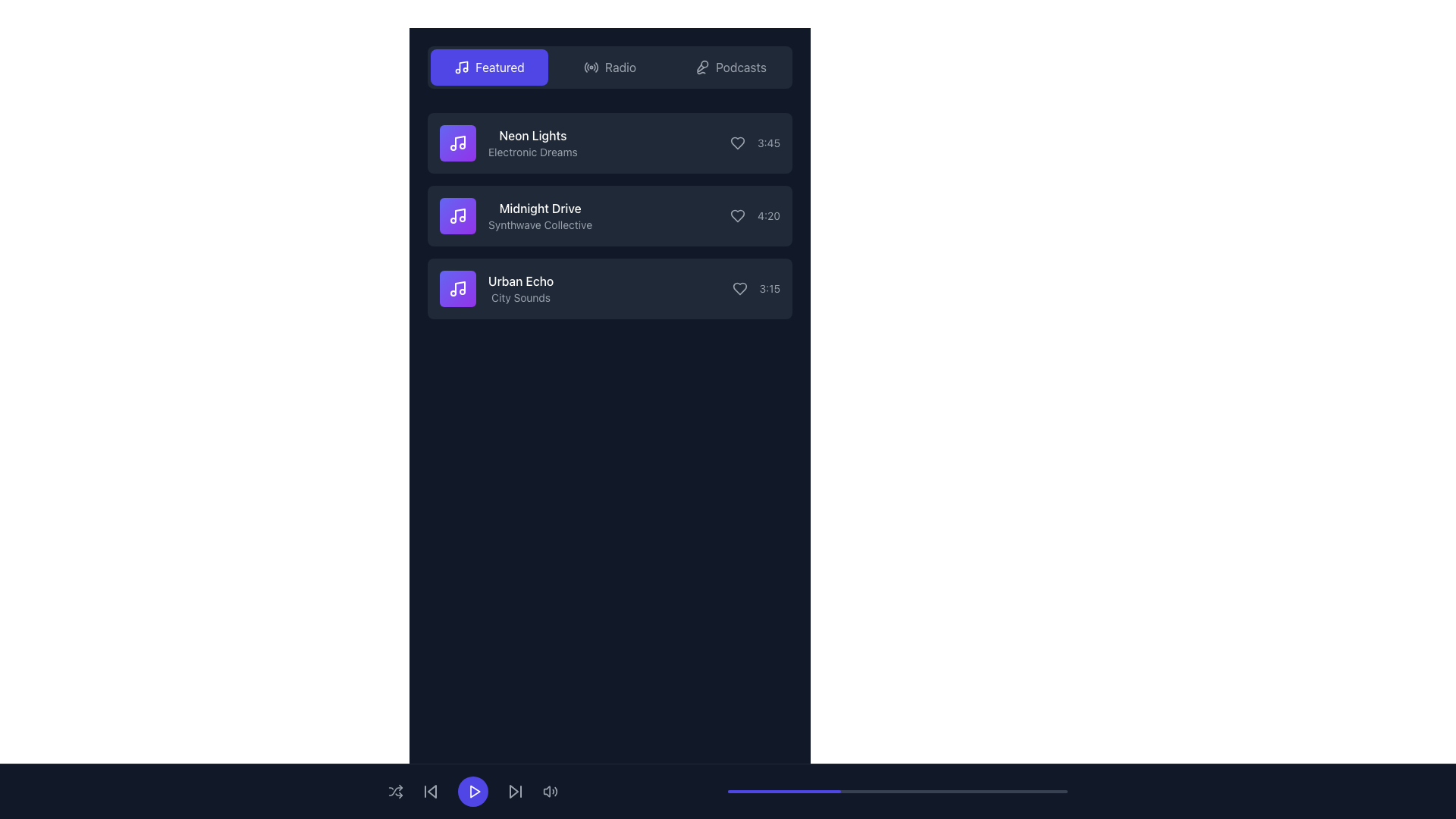  Describe the element at coordinates (730, 66) in the screenshot. I see `the 'Podcasts' button, which is a rectangular button with rounded corners featuring a microphone icon and gray text` at that location.